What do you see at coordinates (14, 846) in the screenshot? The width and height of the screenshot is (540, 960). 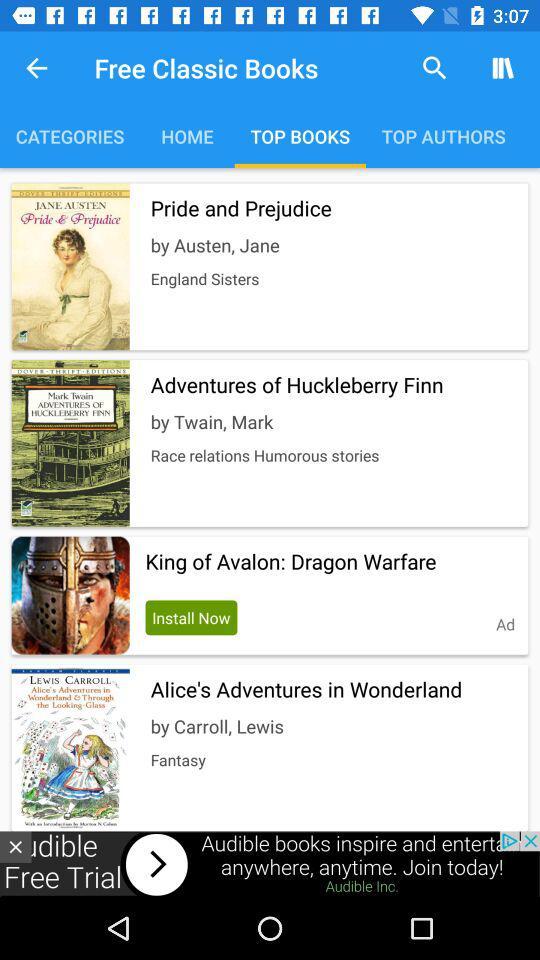 I see `advertisement` at bounding box center [14, 846].